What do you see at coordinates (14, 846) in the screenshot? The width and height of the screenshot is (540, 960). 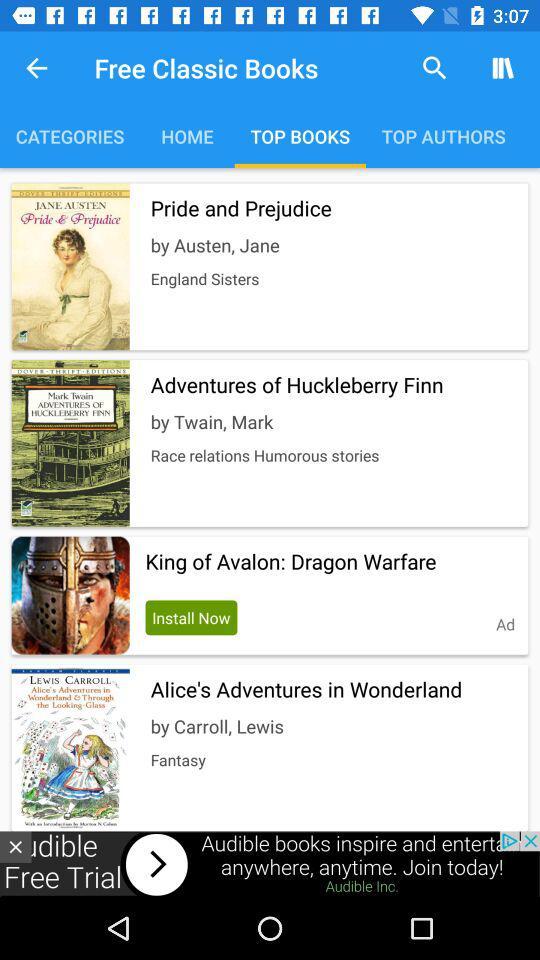 I see `advertisement` at bounding box center [14, 846].